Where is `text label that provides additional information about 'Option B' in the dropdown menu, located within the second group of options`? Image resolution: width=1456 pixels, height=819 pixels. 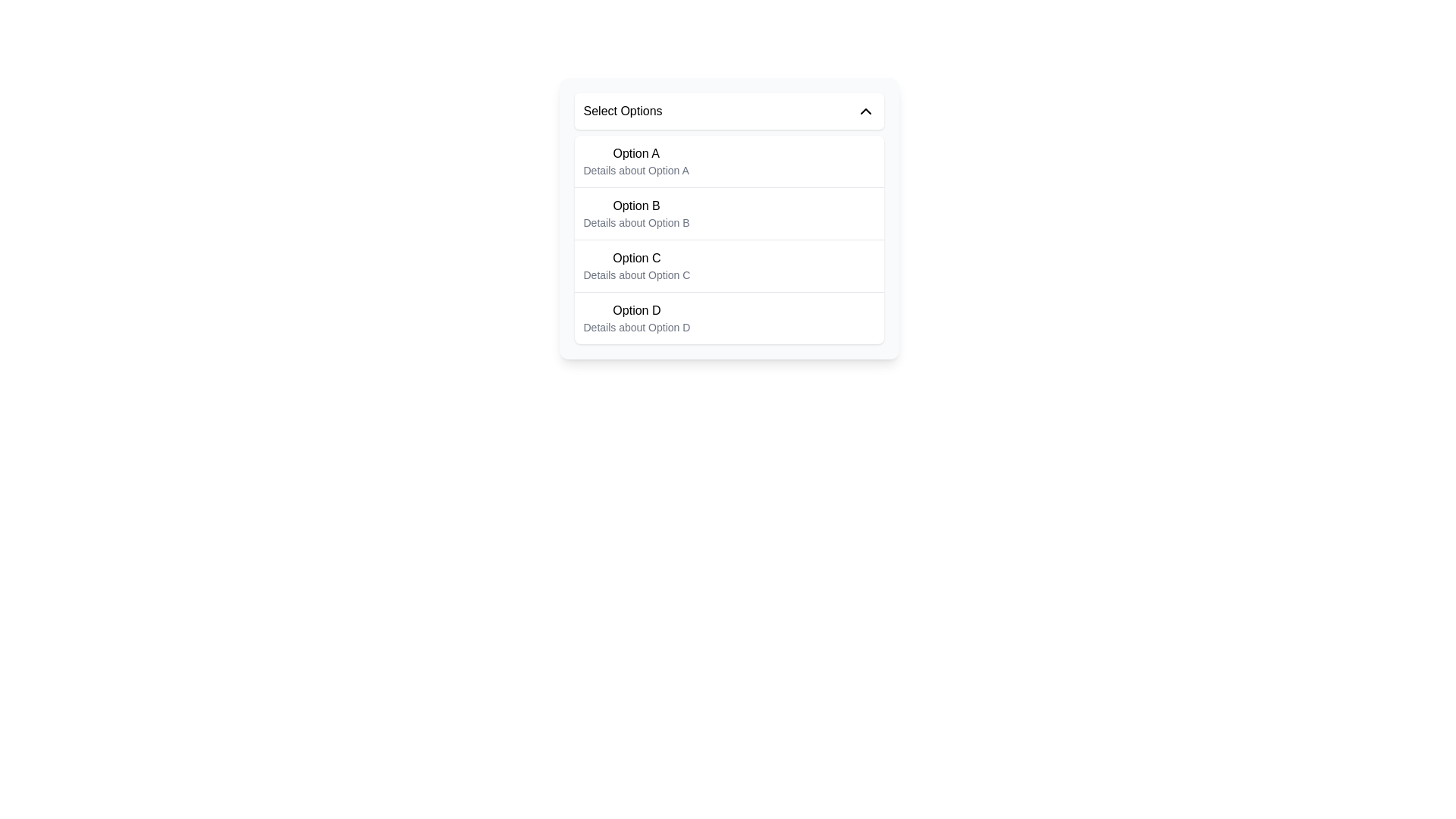
text label that provides additional information about 'Option B' in the dropdown menu, located within the second group of options is located at coordinates (636, 222).